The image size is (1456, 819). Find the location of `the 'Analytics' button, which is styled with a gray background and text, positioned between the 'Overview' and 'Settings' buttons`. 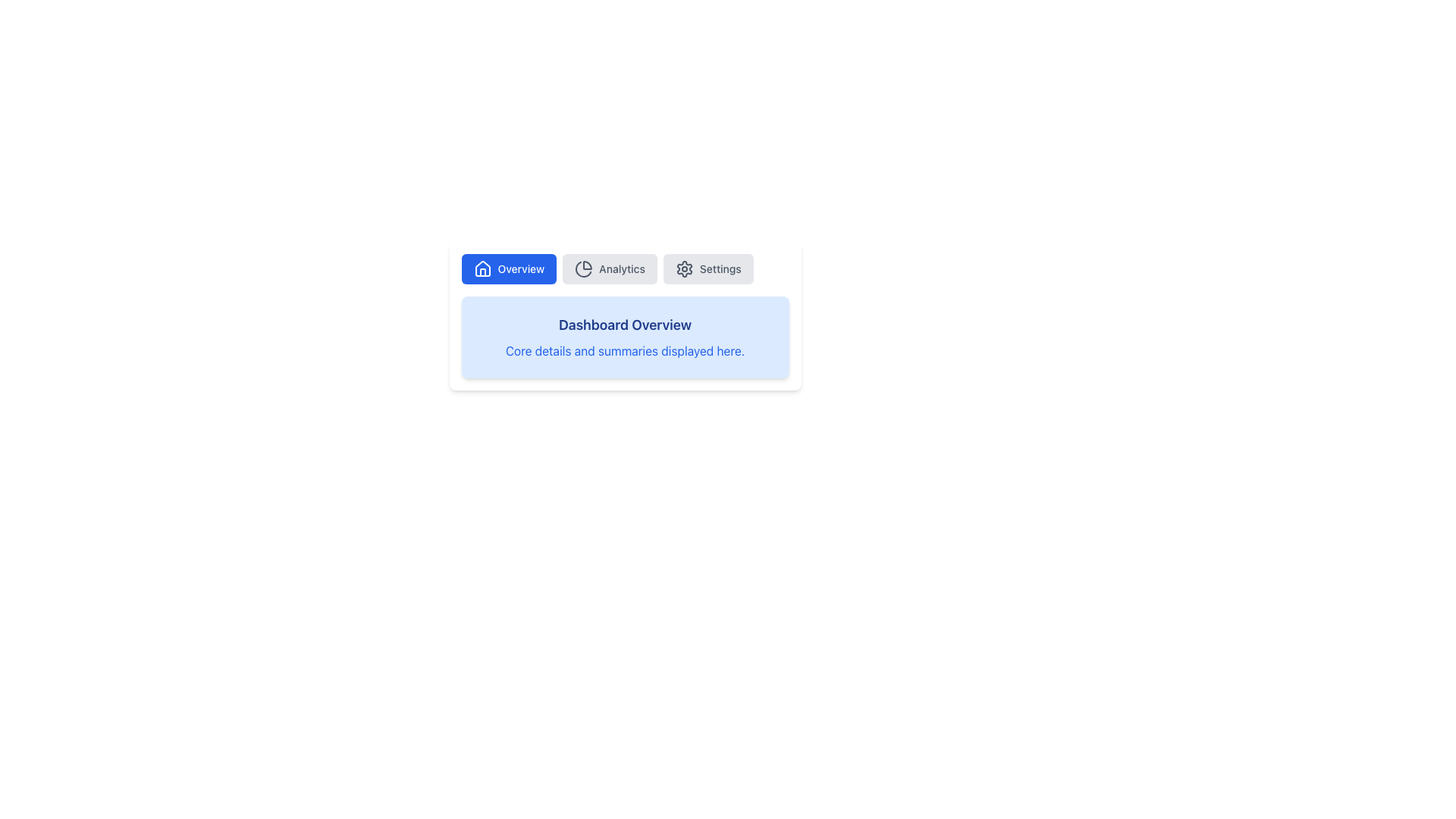

the 'Analytics' button, which is styled with a gray background and text, positioned between the 'Overview' and 'Settings' buttons is located at coordinates (625, 268).